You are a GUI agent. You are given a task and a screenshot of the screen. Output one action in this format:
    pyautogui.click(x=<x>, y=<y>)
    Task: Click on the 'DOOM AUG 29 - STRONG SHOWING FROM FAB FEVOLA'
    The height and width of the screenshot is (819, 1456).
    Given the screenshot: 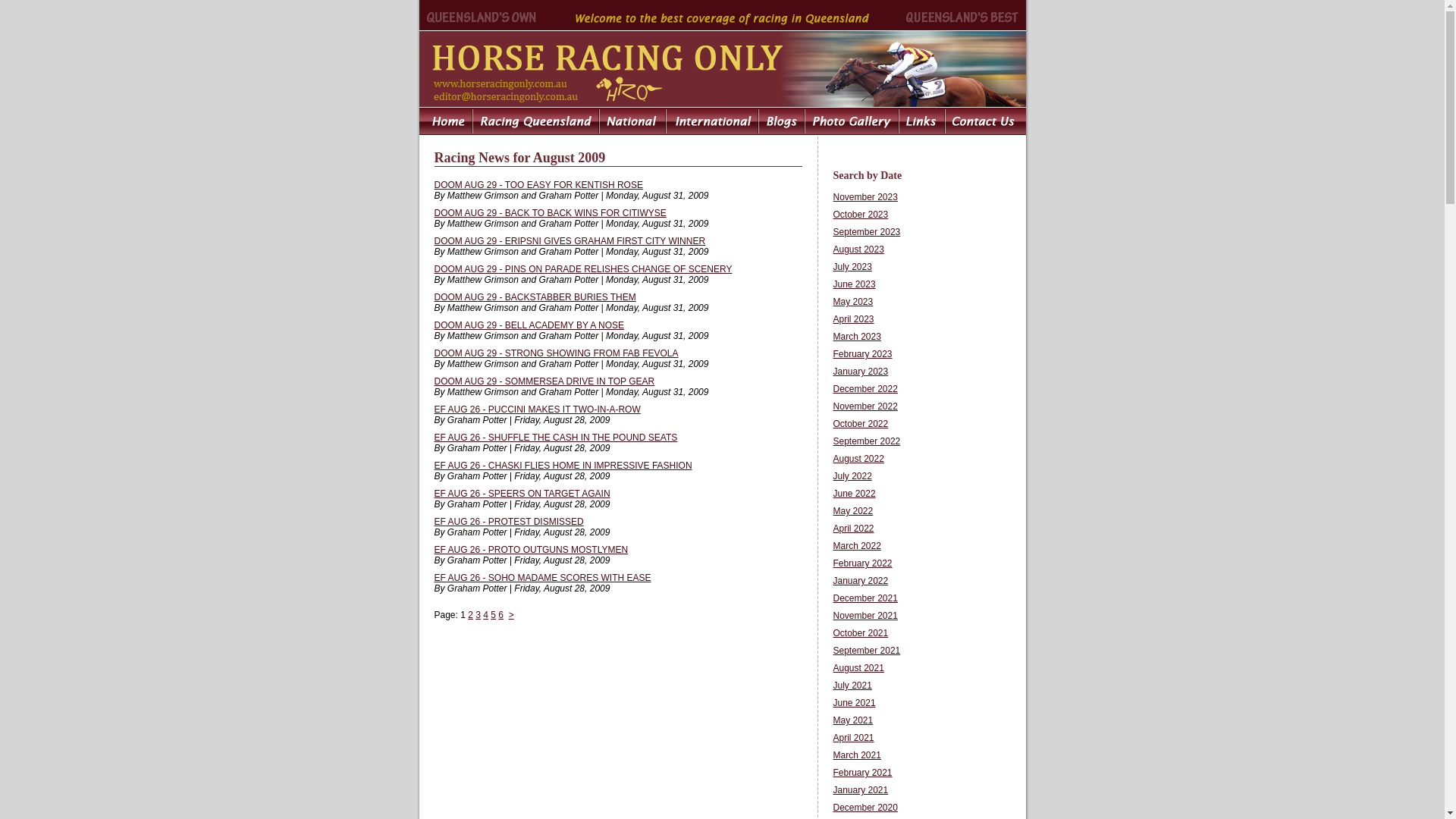 What is the action you would take?
    pyautogui.click(x=555, y=353)
    